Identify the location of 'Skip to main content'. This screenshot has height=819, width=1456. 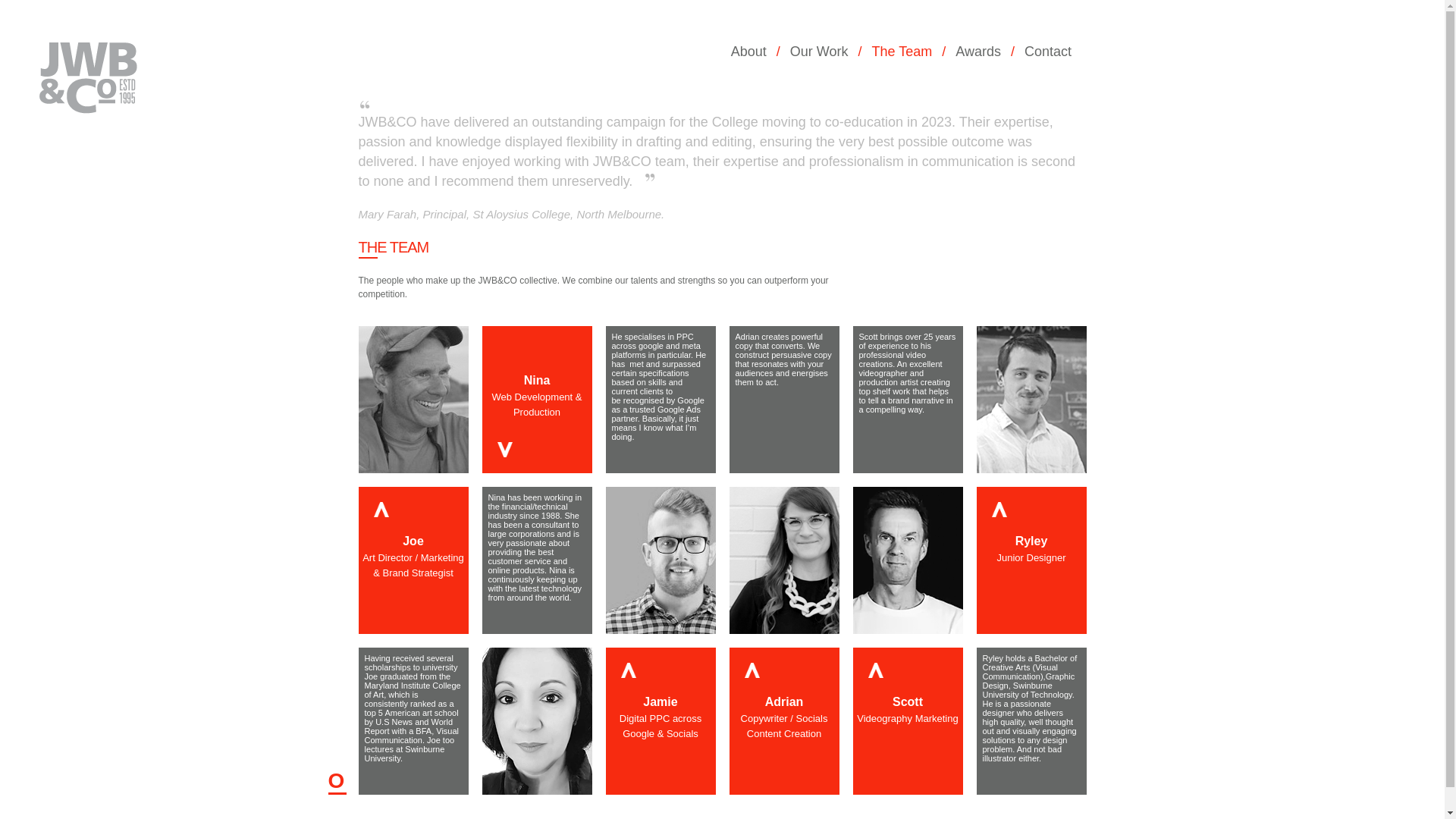
(44, 0).